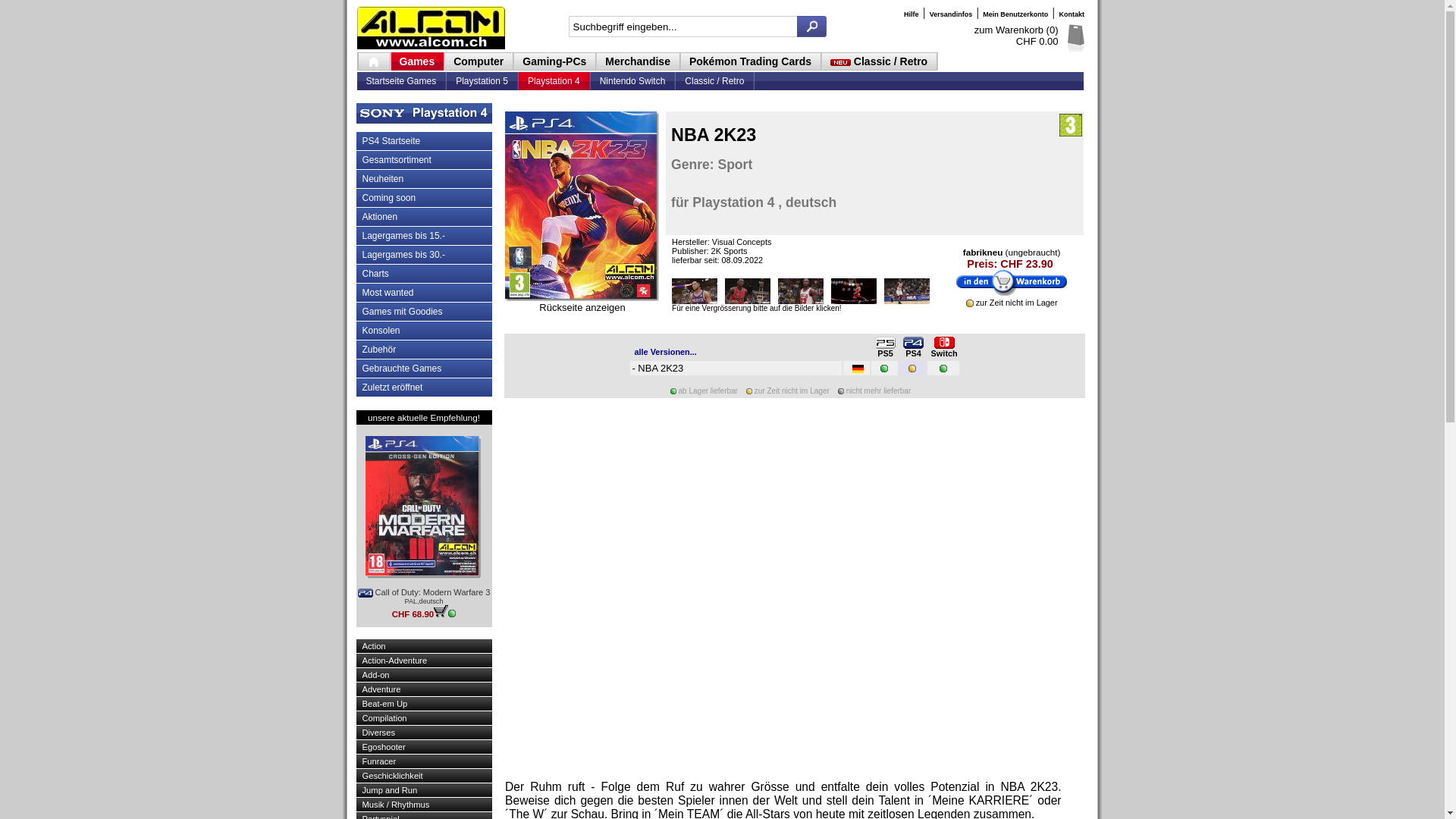  Describe the element at coordinates (1016, 34) in the screenshot. I see `'zum Warenkorb (0)` at that location.